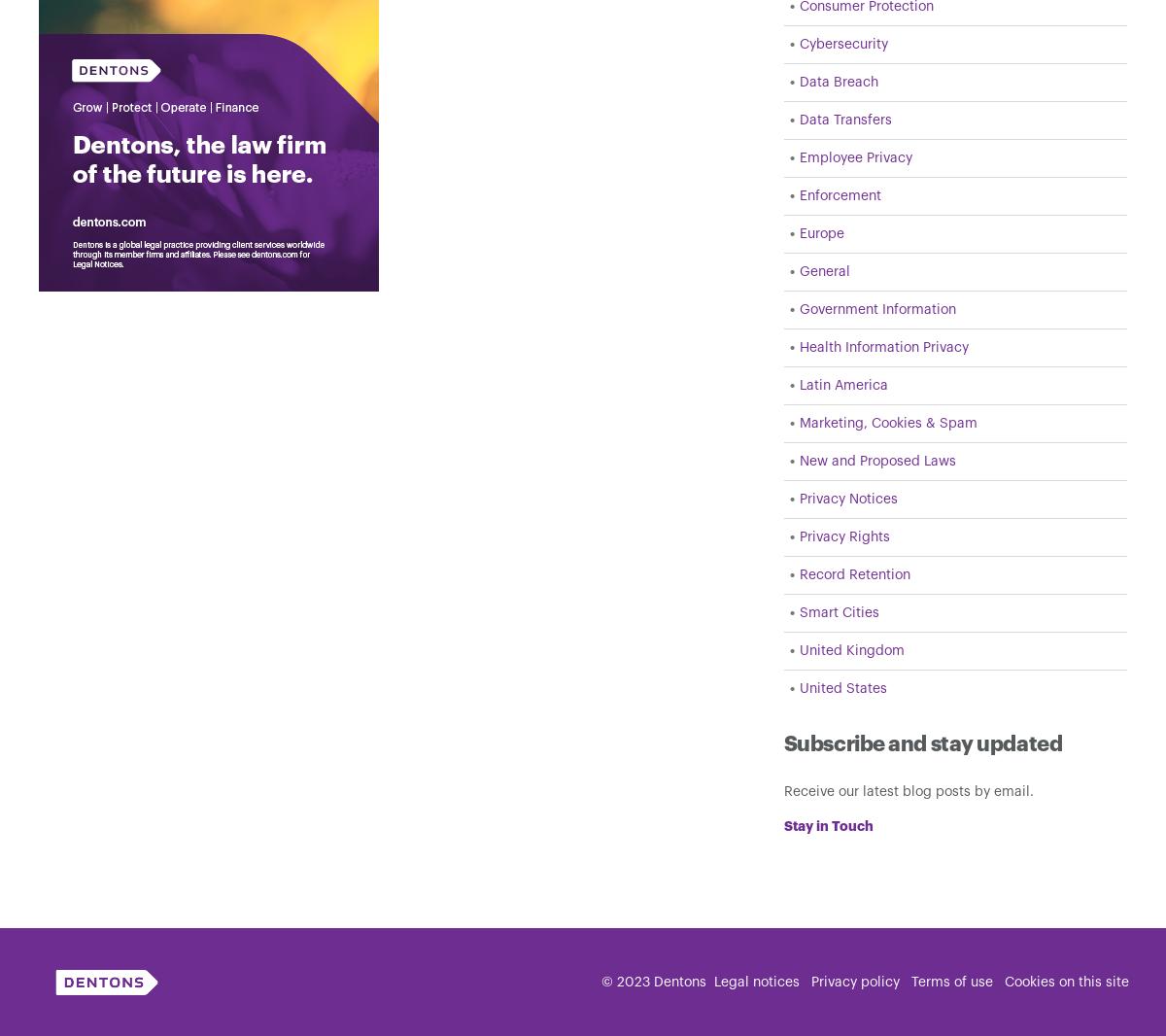 This screenshot has width=1166, height=1036. I want to click on 'Subscribe and stay updated', so click(782, 743).